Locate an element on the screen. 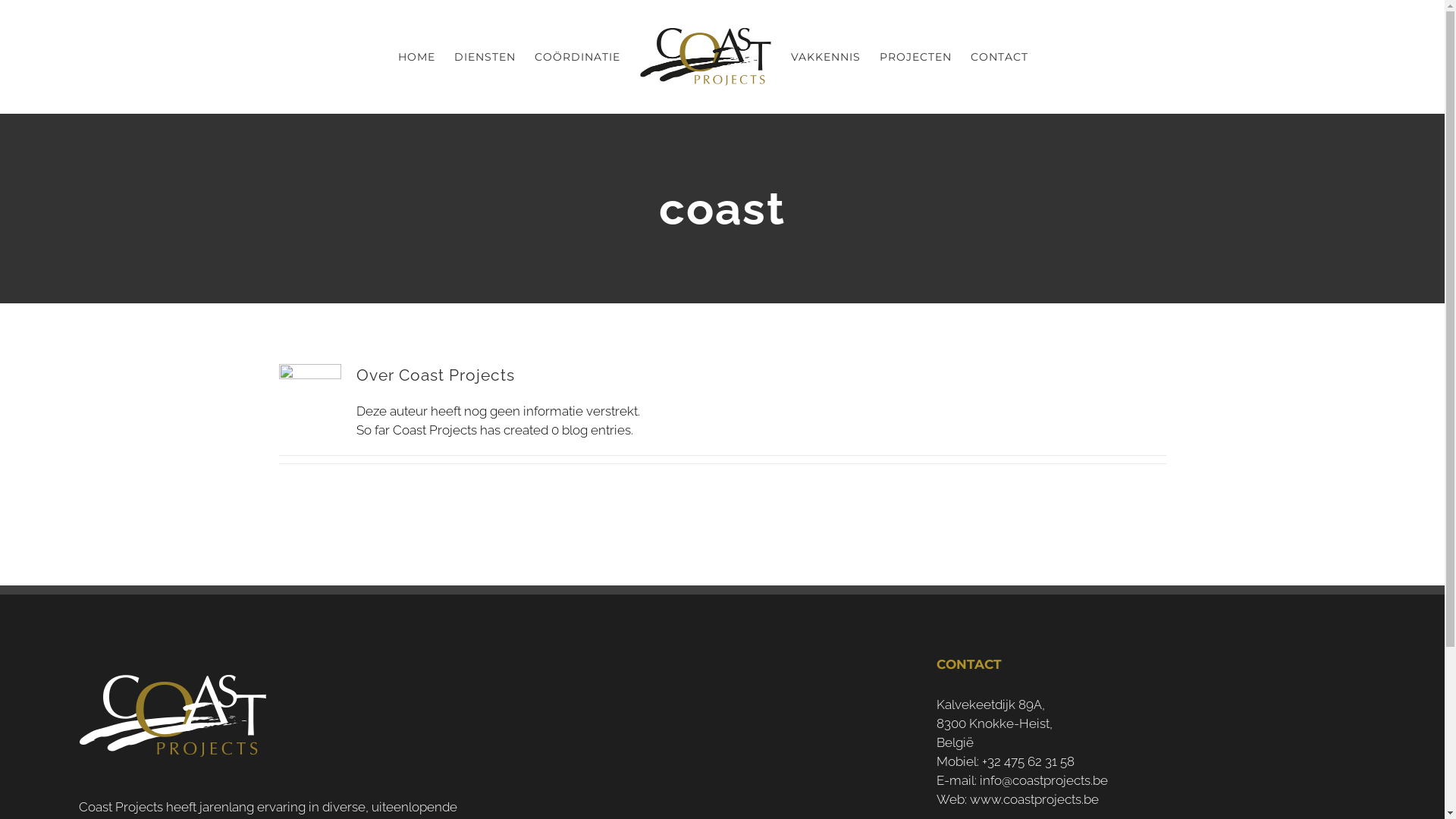 This screenshot has height=819, width=1456. 'www.coastprojects.be' is located at coordinates (1033, 798).